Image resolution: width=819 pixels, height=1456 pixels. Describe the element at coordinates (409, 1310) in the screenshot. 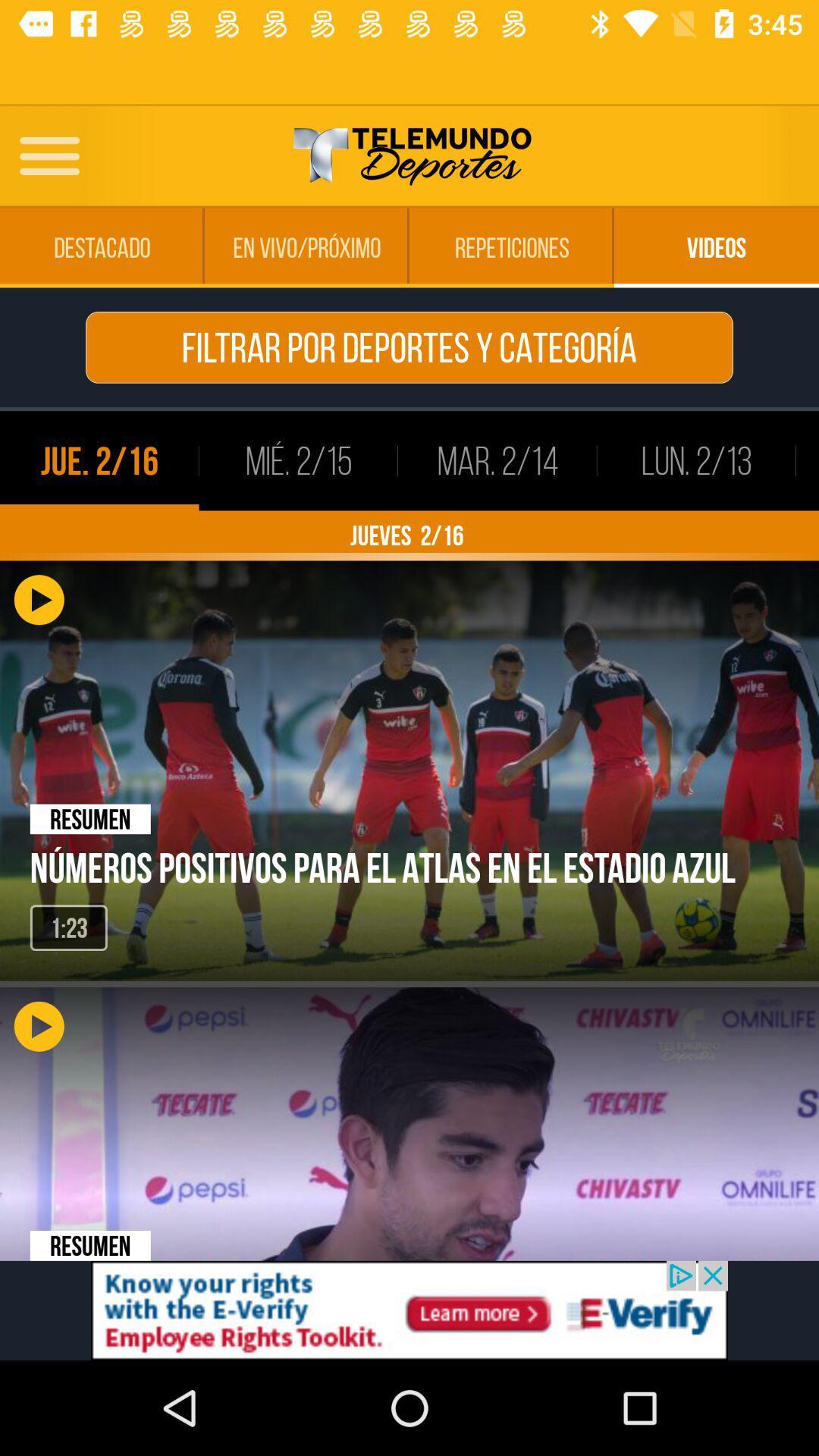

I see `advertisement banner` at that location.